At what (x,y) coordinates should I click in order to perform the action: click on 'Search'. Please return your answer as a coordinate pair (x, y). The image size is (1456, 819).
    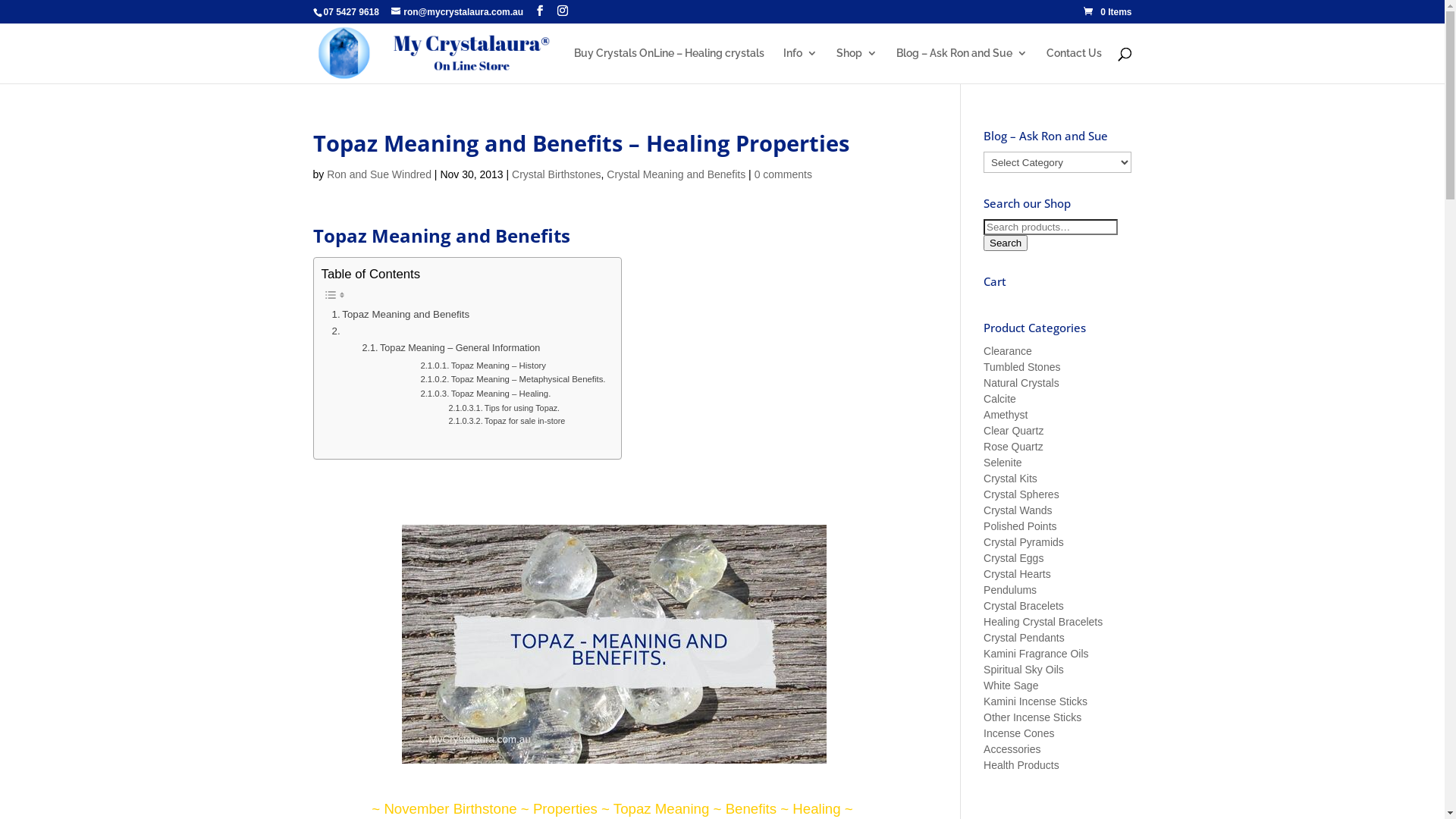
    Looking at the image, I should click on (1005, 242).